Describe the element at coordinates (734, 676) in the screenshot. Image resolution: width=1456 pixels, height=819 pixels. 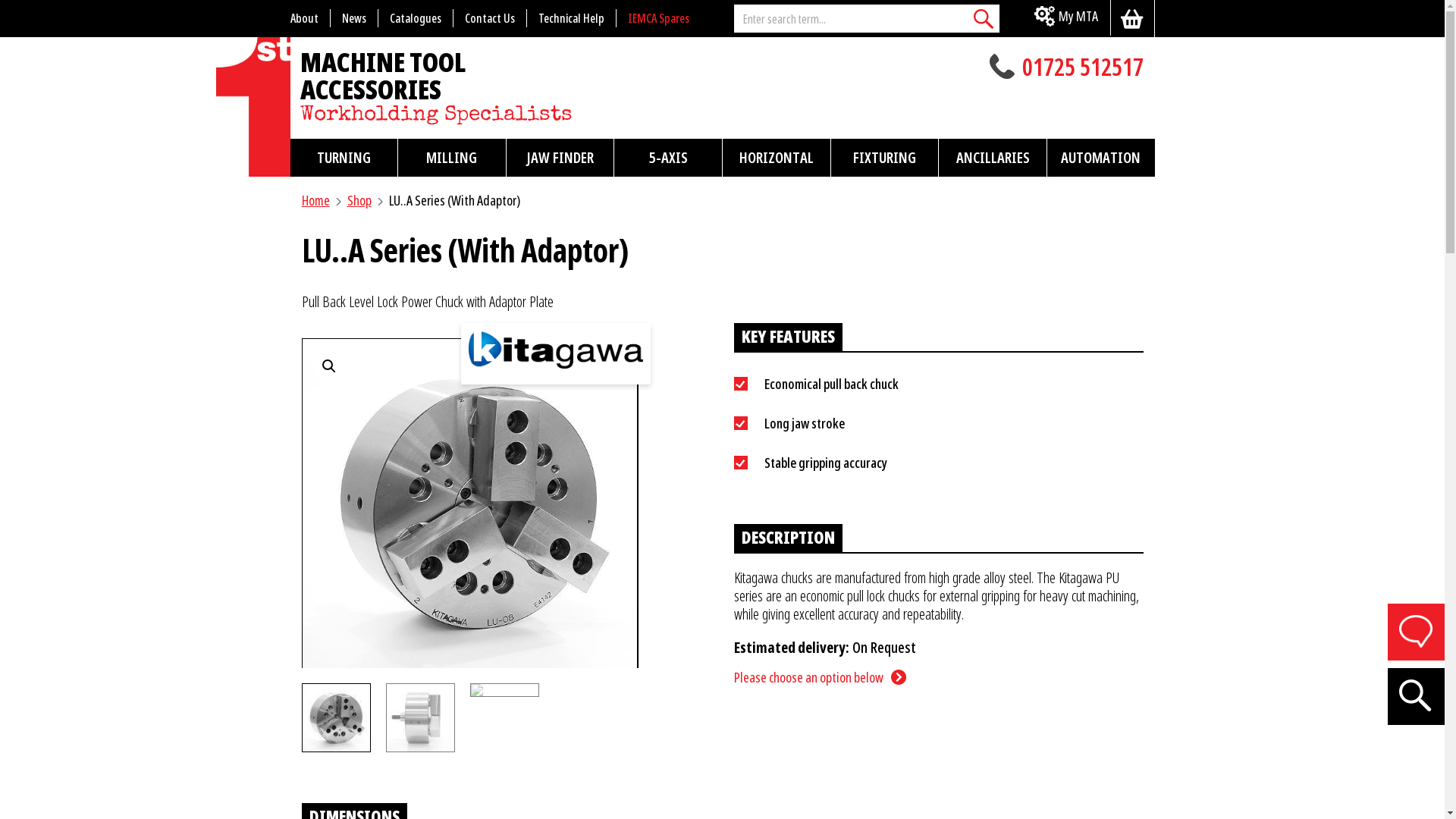
I see `'Please choose an option below'` at that location.